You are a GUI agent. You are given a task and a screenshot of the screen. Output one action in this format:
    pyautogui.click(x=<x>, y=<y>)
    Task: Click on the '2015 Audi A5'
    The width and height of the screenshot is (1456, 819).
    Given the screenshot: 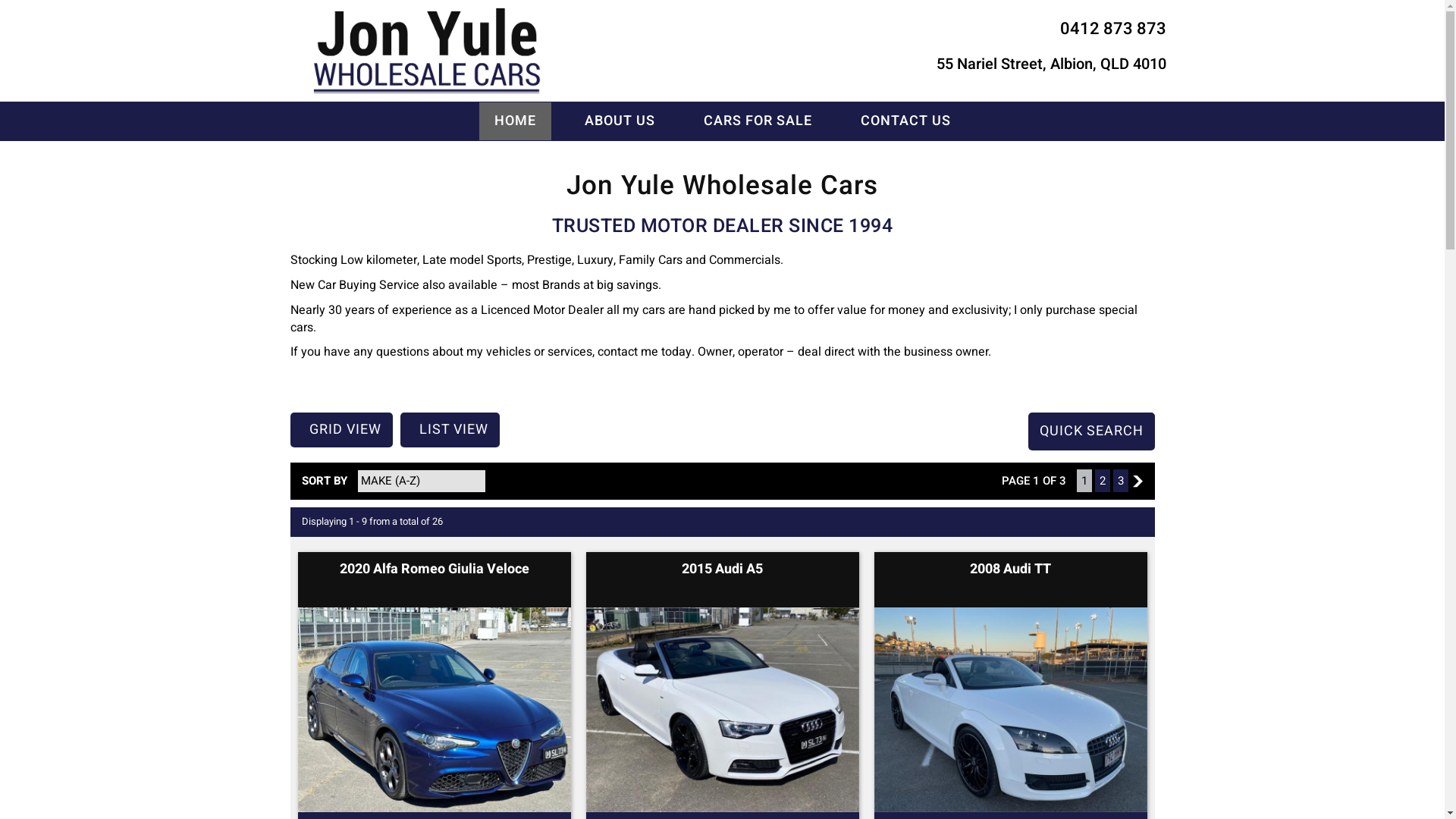 What is the action you would take?
    pyautogui.click(x=721, y=569)
    